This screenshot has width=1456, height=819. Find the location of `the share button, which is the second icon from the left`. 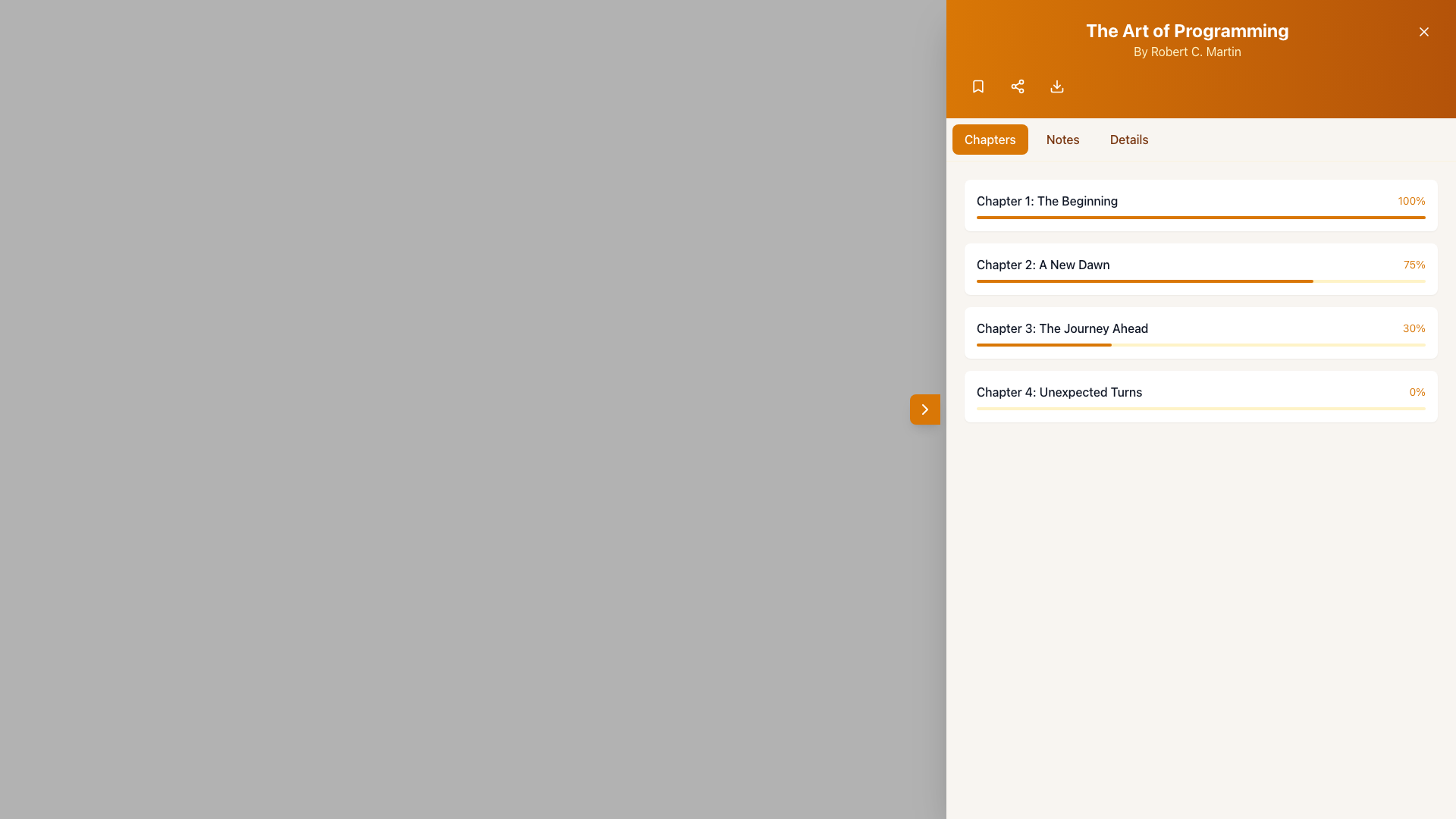

the share button, which is the second icon from the left is located at coordinates (1018, 86).